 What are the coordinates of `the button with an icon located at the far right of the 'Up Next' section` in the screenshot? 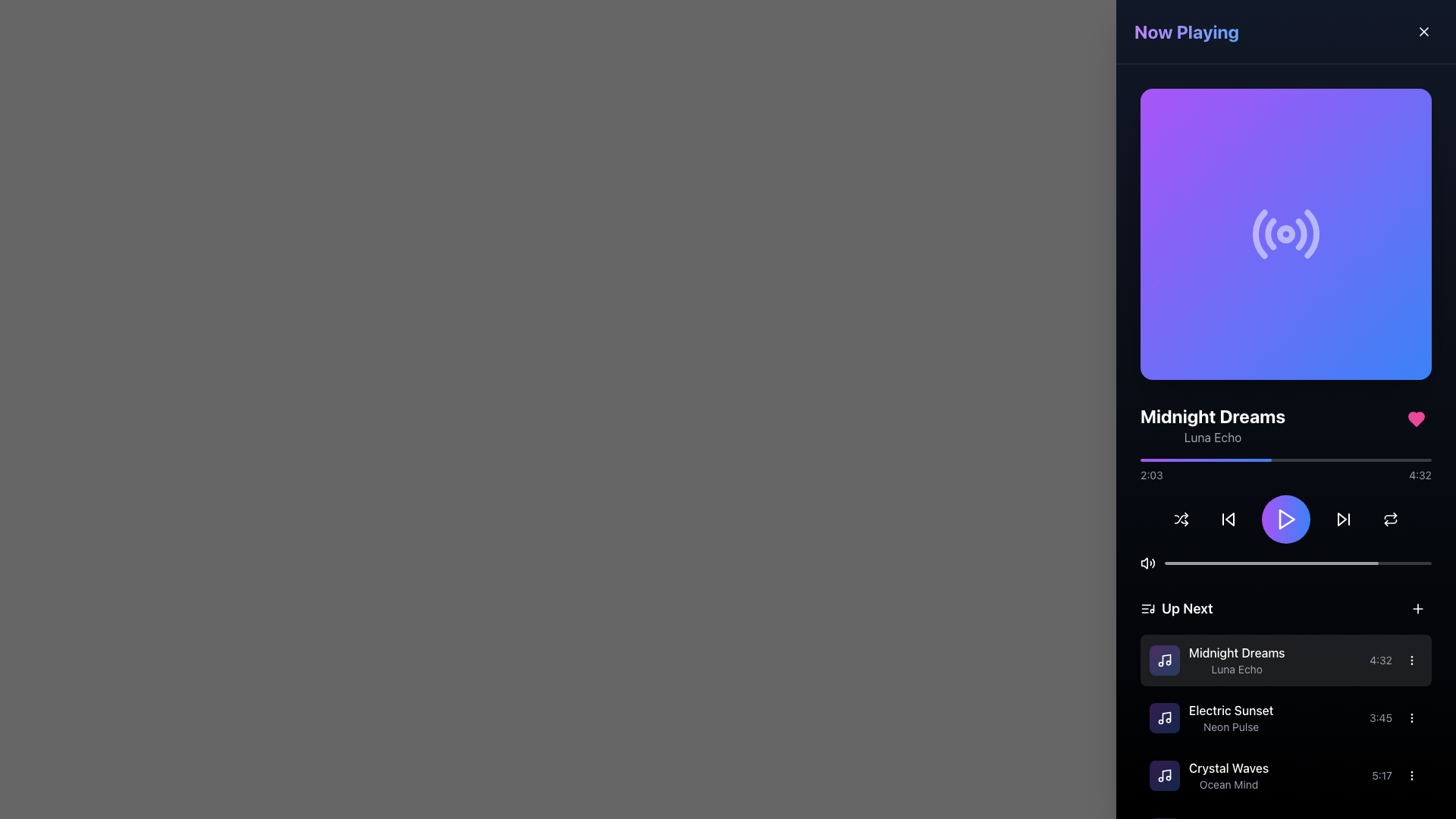 It's located at (1417, 607).